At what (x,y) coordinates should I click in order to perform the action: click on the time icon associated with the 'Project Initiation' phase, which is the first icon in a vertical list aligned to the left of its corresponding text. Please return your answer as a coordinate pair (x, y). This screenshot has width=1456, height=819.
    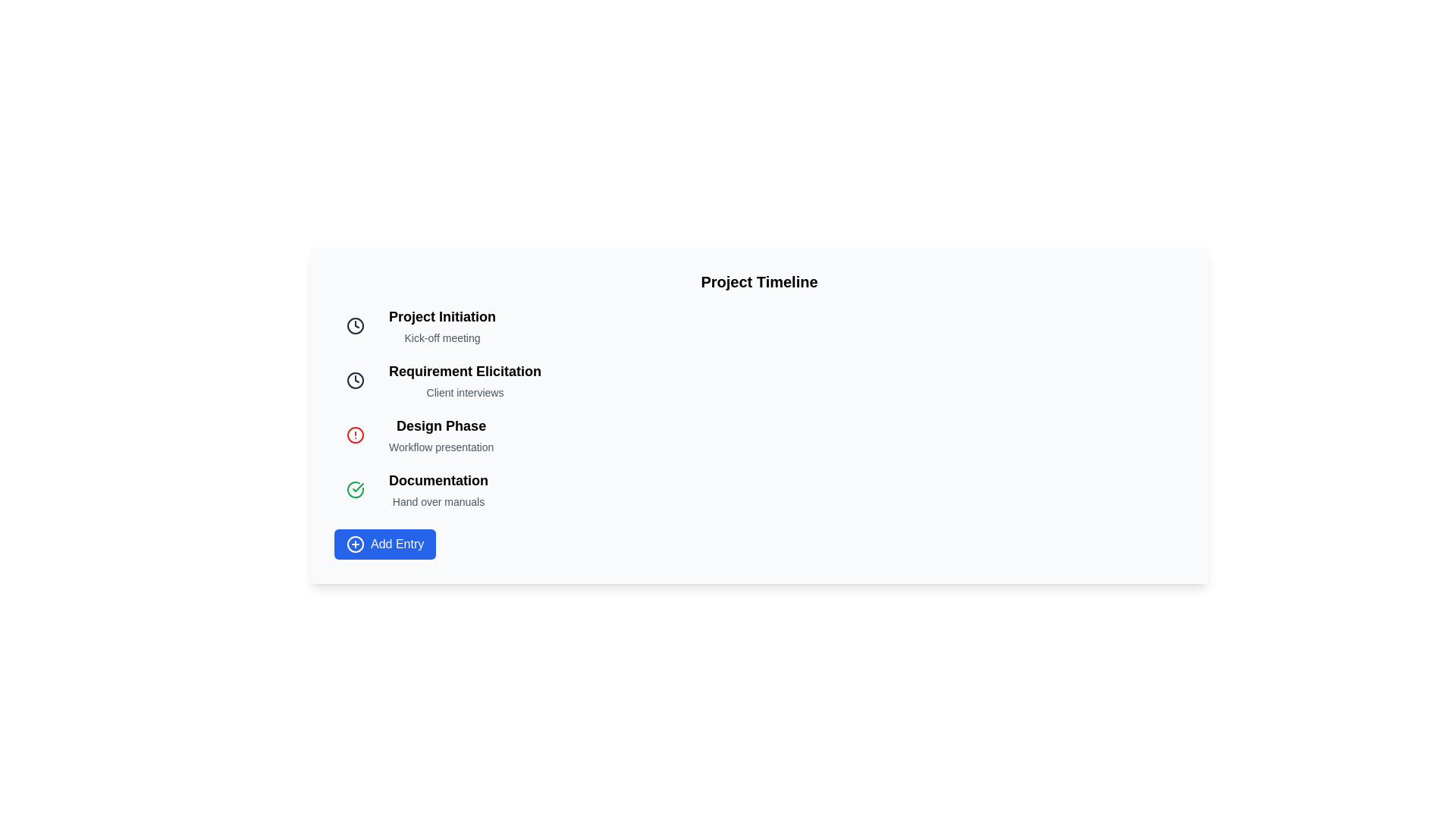
    Looking at the image, I should click on (355, 379).